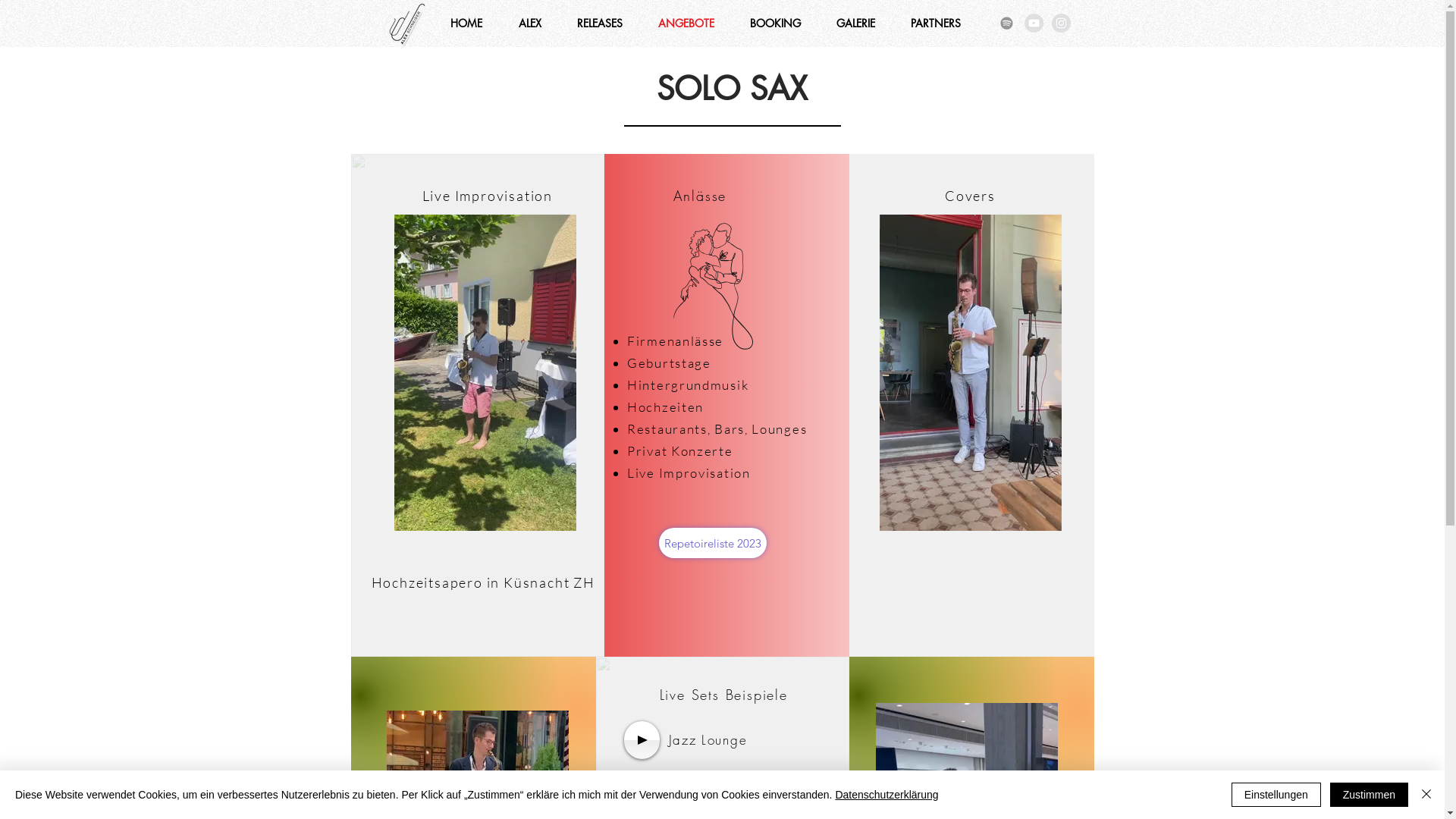 Image resolution: width=1456 pixels, height=819 pixels. What do you see at coordinates (530, 23) in the screenshot?
I see `'ALEX'` at bounding box center [530, 23].